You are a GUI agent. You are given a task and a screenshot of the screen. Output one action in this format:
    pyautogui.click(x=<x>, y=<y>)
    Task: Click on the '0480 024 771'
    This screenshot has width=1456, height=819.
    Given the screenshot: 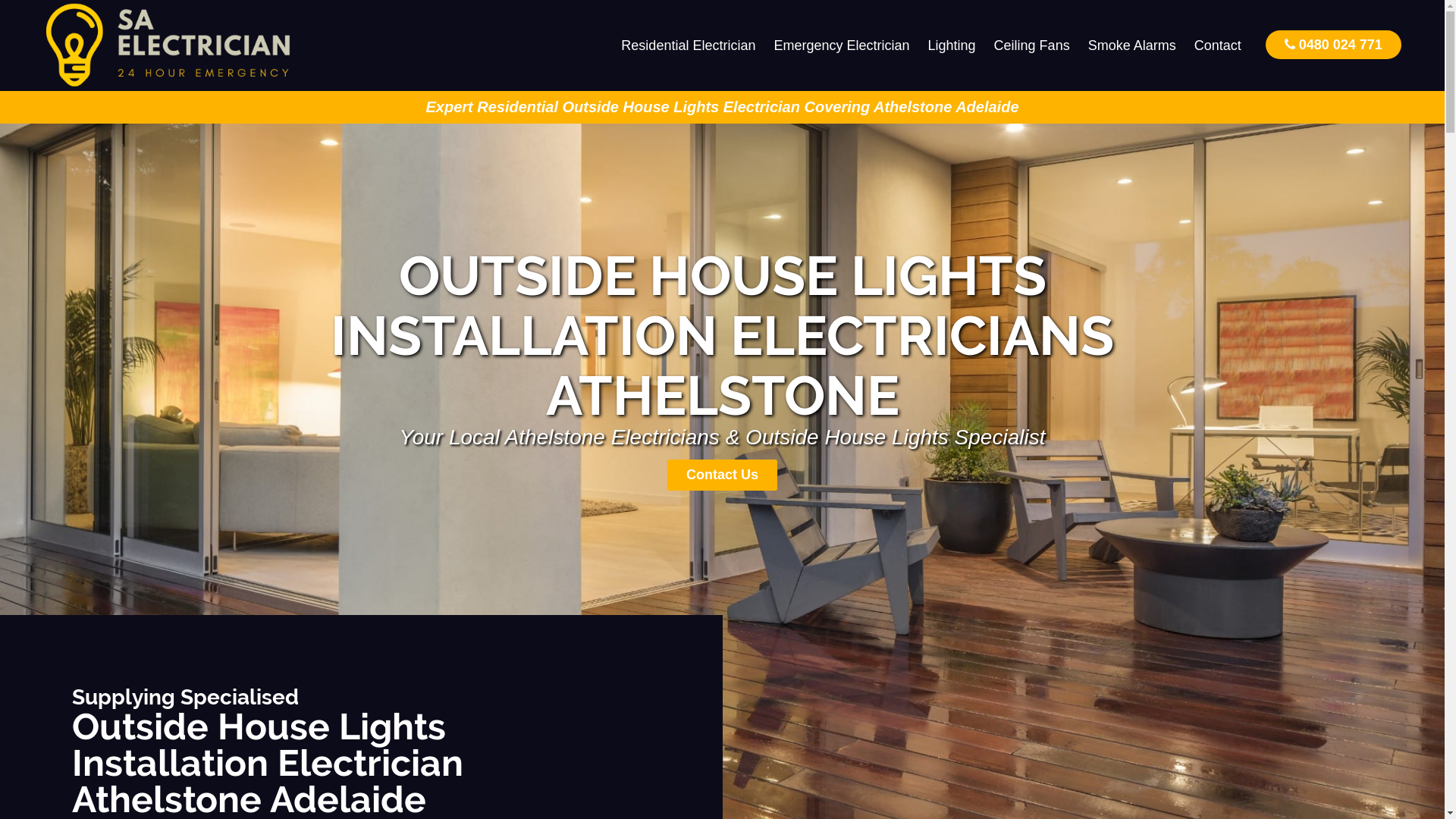 What is the action you would take?
    pyautogui.click(x=1266, y=43)
    